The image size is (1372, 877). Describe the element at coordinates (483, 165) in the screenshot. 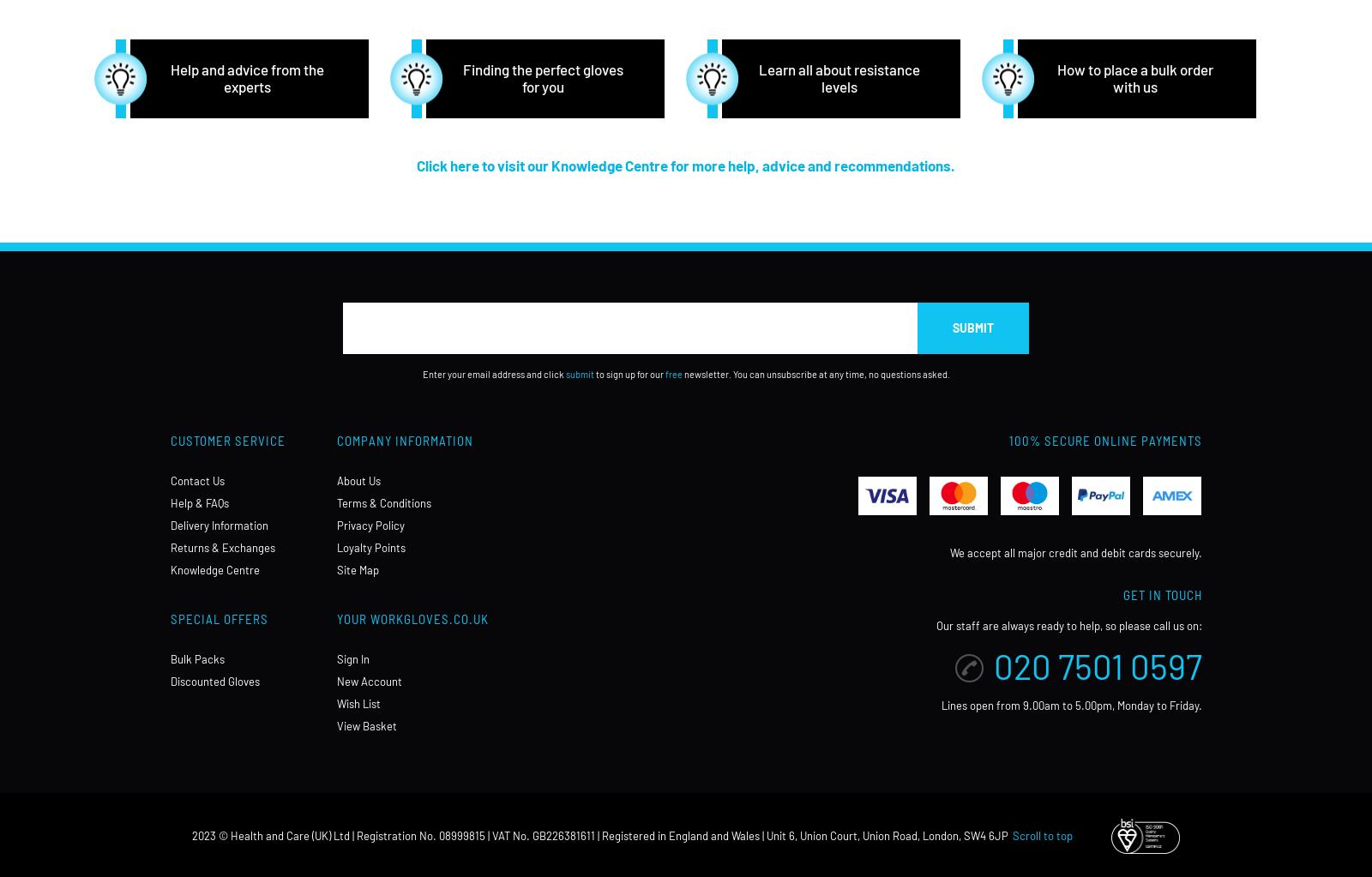

I see `'Click here to visit our'` at that location.